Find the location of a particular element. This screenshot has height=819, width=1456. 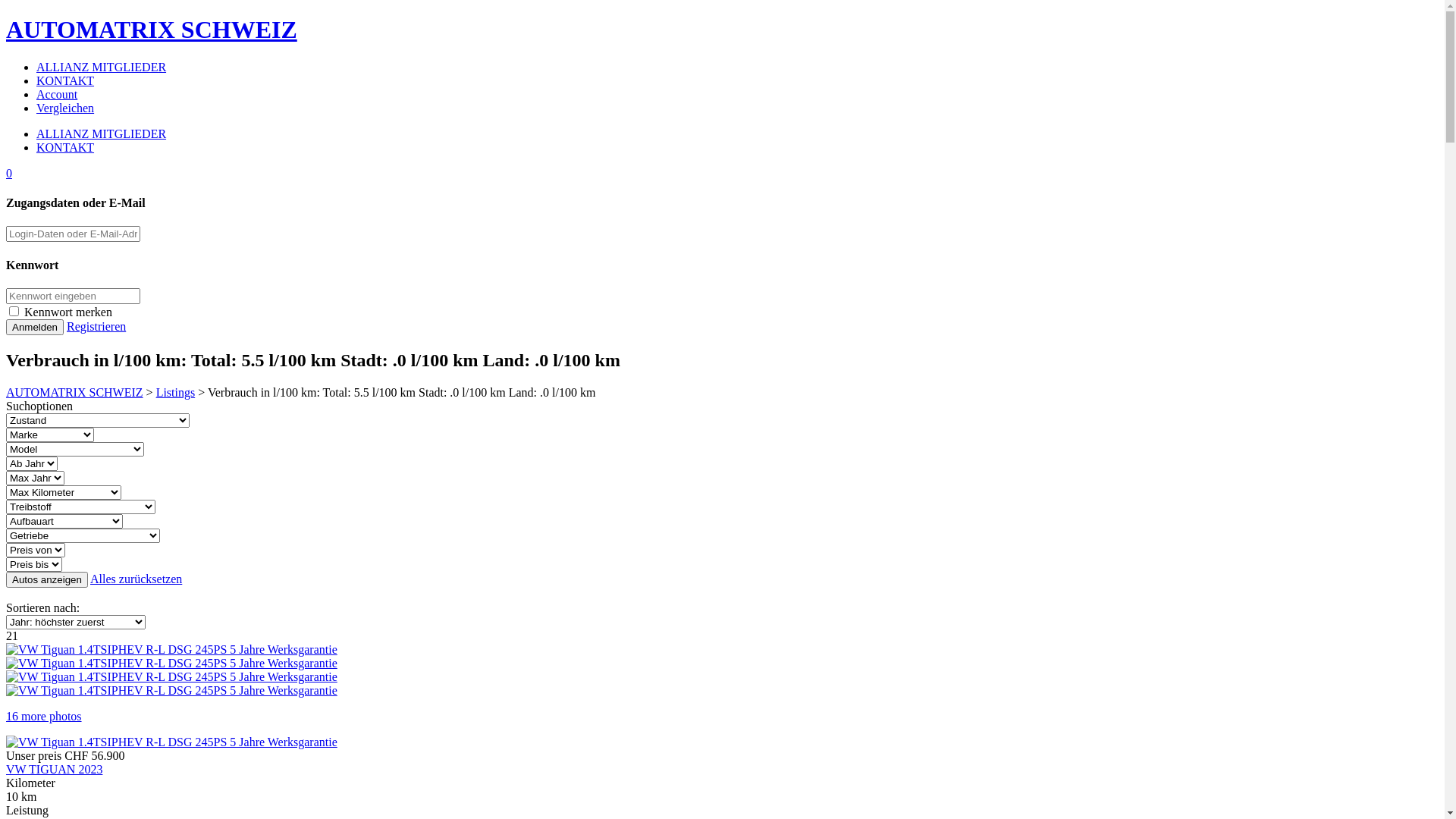

'Vergleichen' is located at coordinates (64, 107).